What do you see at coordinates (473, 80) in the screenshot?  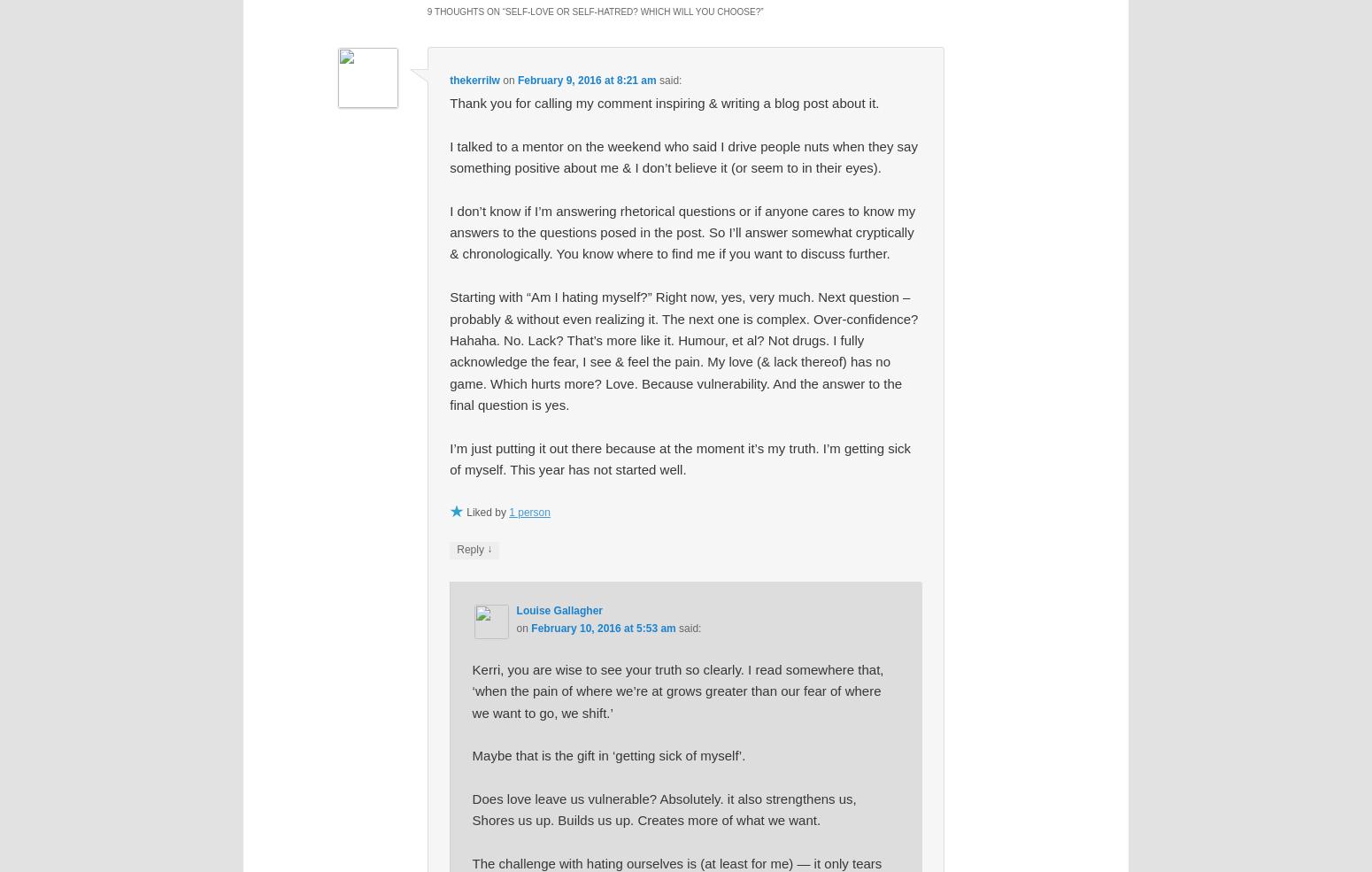 I see `'thekerrilw'` at bounding box center [473, 80].